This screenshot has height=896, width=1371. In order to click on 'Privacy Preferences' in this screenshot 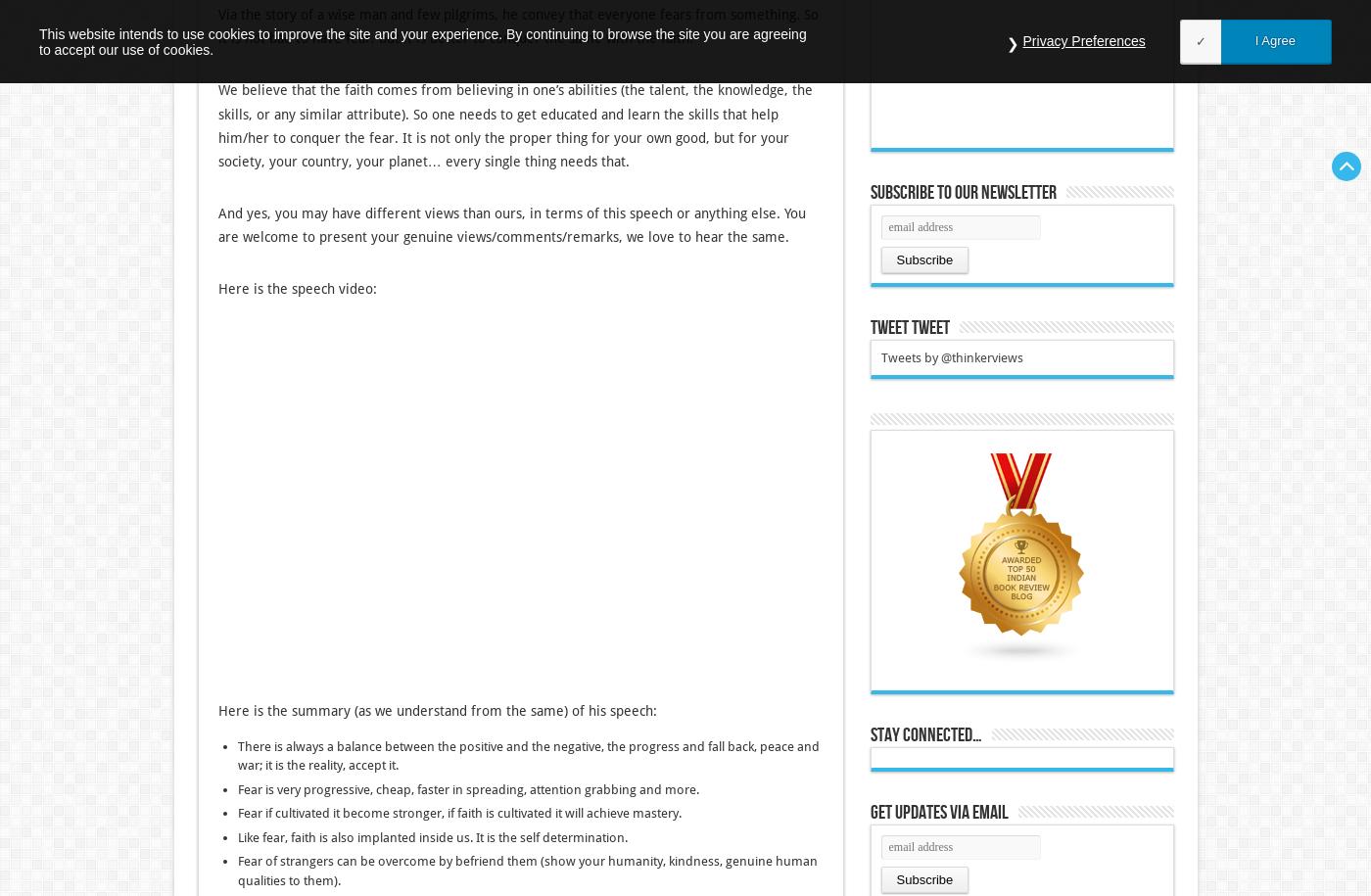, I will do `click(1083, 40)`.